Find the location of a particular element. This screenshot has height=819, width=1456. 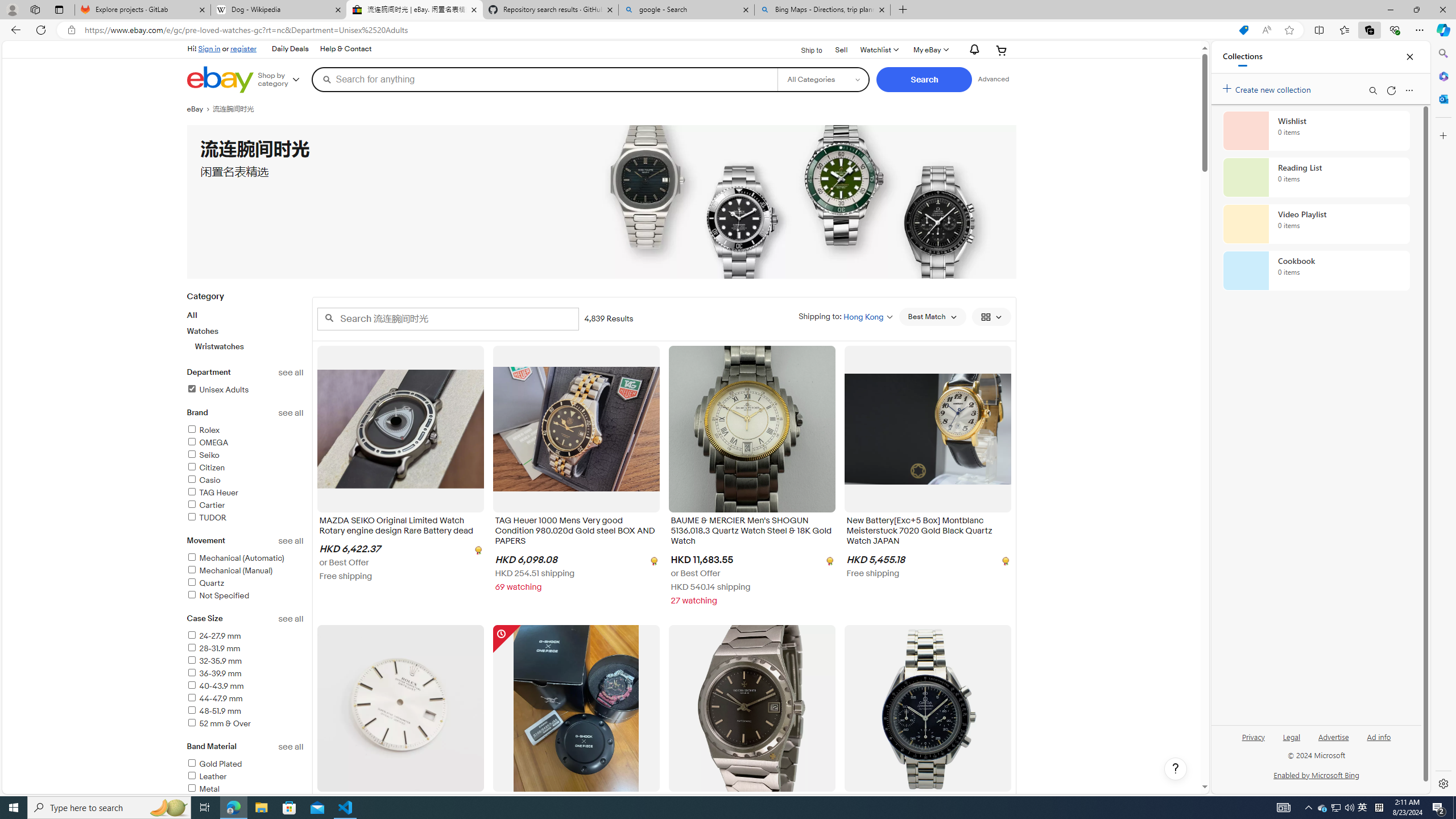

'Help, opens dialogs' is located at coordinates (1175, 768).